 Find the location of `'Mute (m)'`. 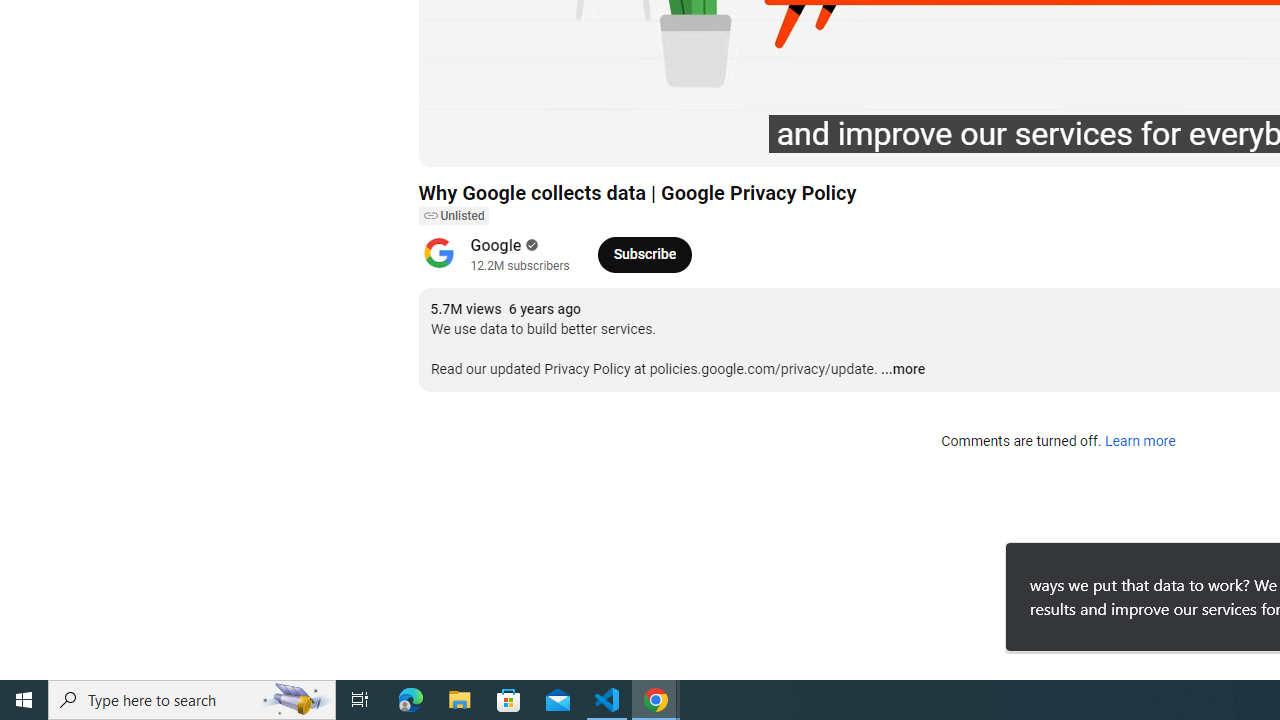

'Mute (m)' is located at coordinates (548, 141).